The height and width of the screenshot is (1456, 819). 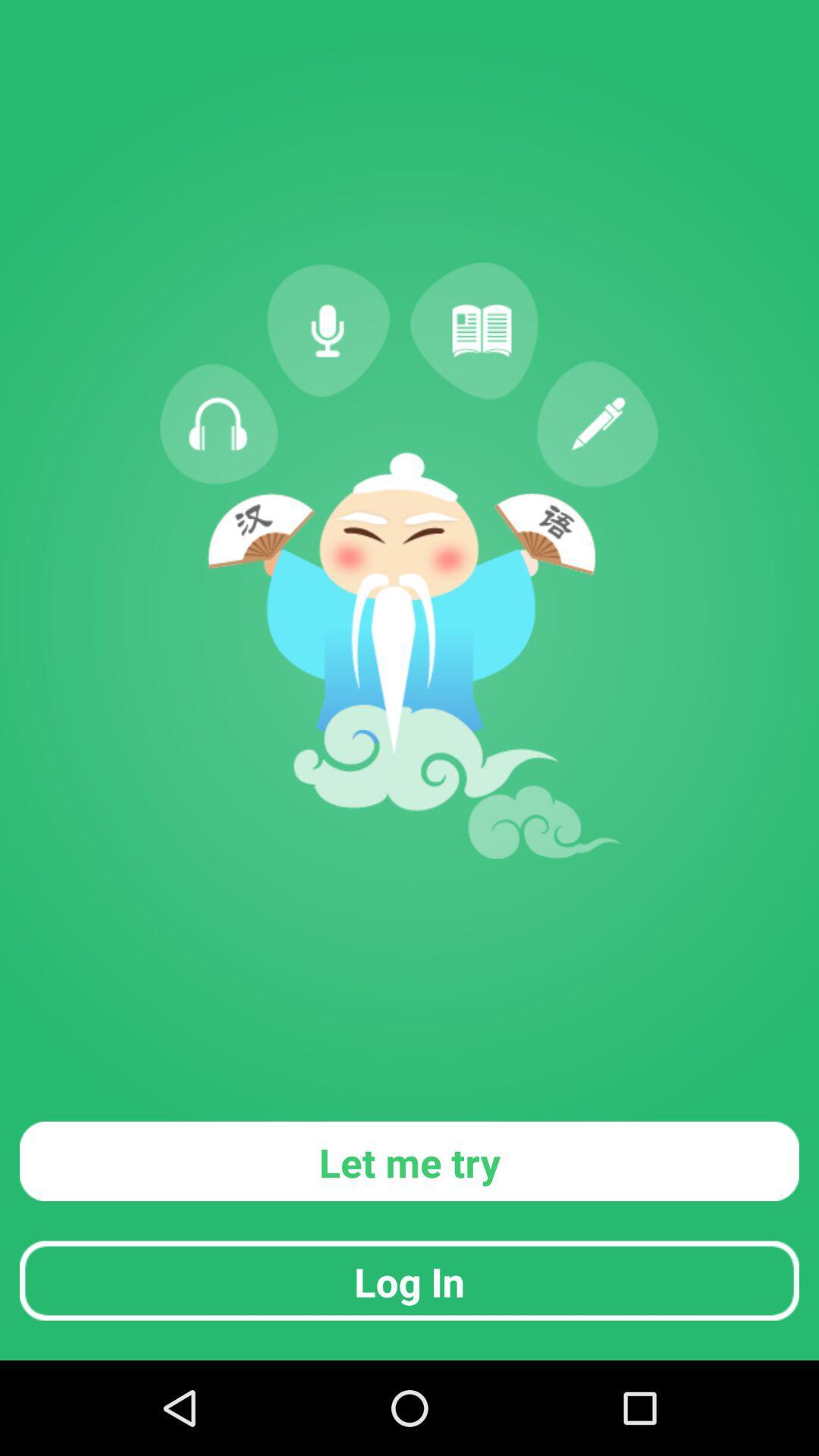 I want to click on log in button, so click(x=409, y=1280).